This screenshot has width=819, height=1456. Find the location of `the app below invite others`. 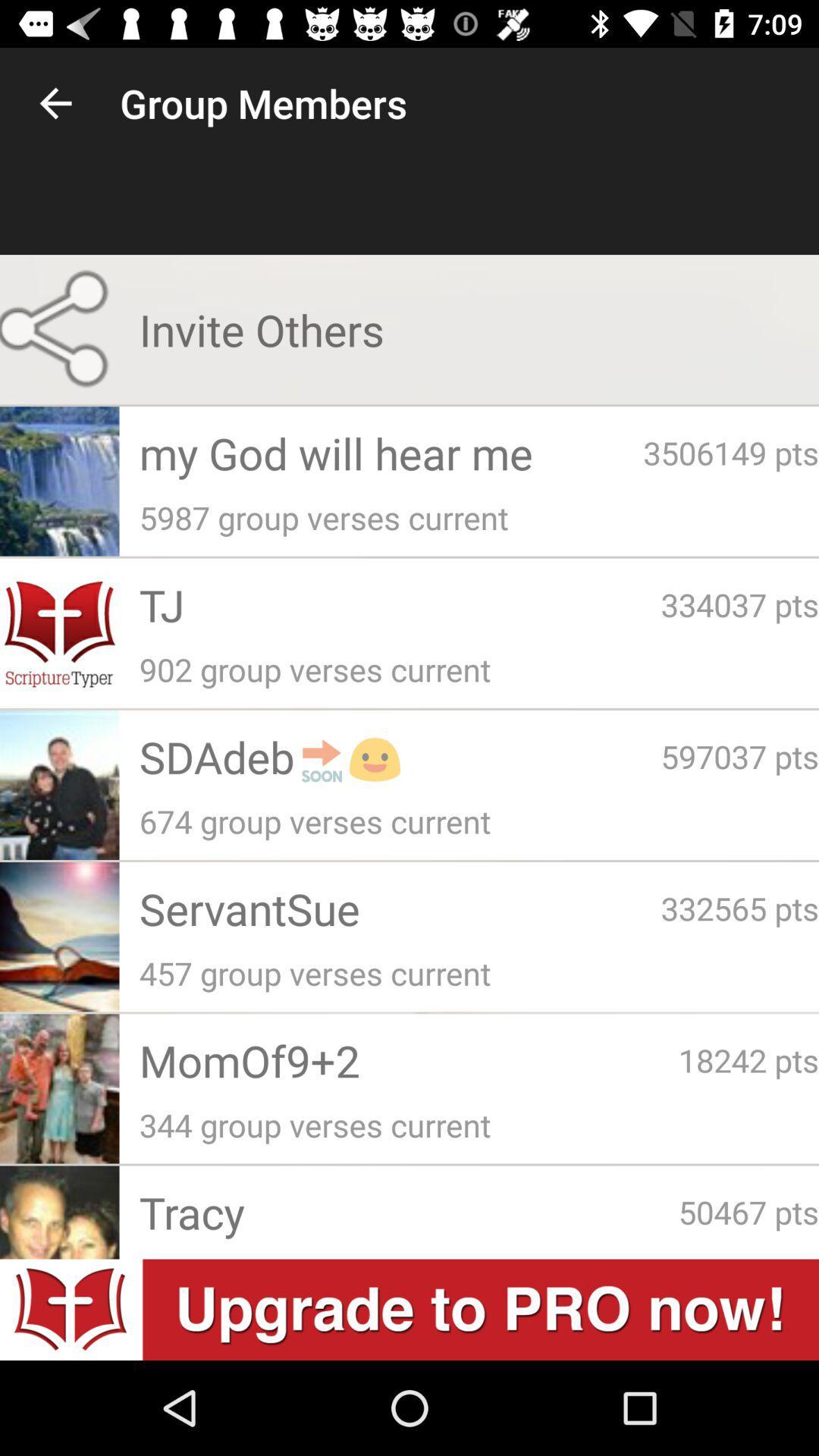

the app below invite others is located at coordinates (730, 451).